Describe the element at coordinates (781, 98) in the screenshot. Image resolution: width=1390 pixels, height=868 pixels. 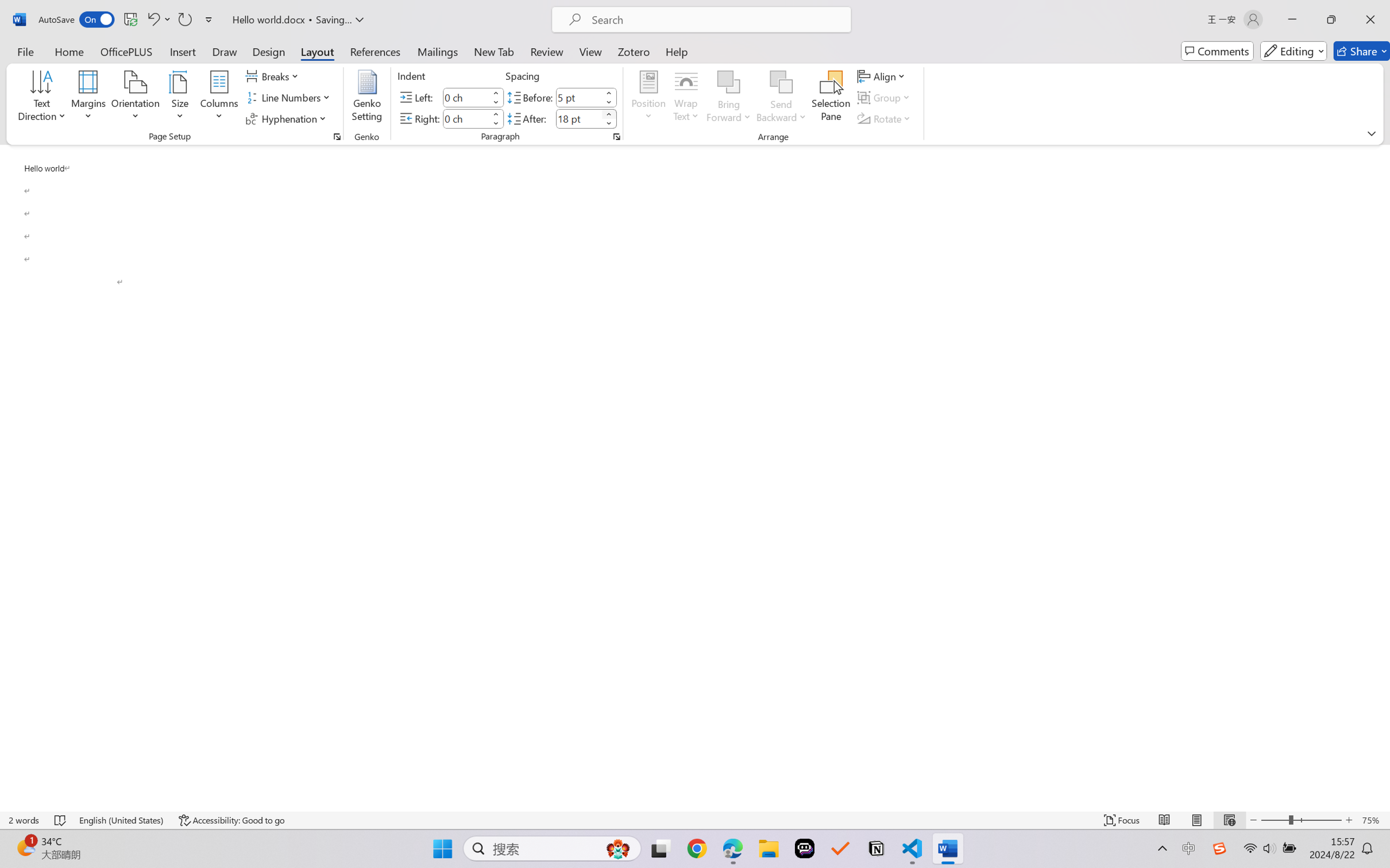
I see `'Send Backward'` at that location.